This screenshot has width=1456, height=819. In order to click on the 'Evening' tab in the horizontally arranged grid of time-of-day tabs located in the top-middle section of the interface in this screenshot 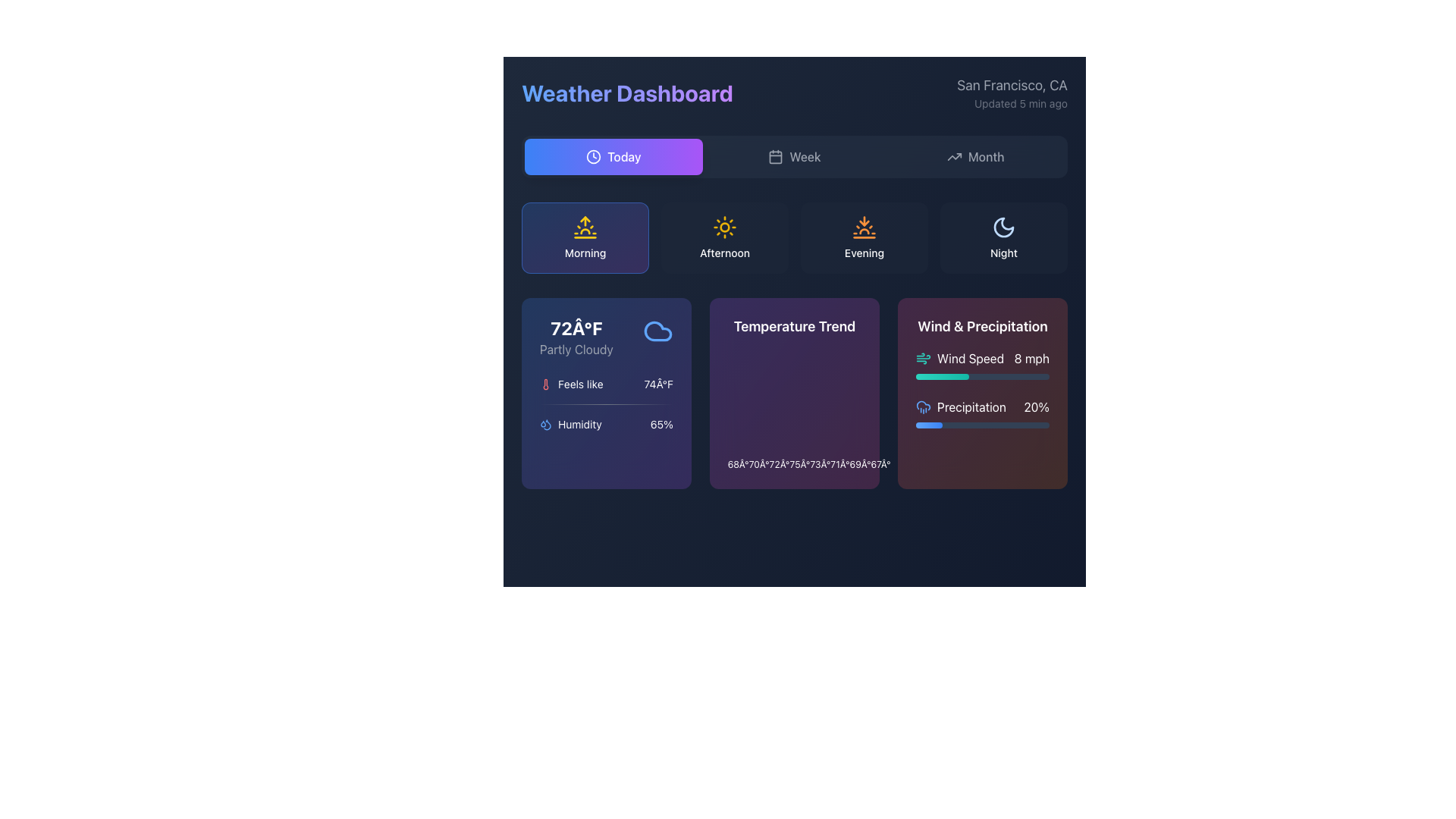, I will do `click(793, 237)`.